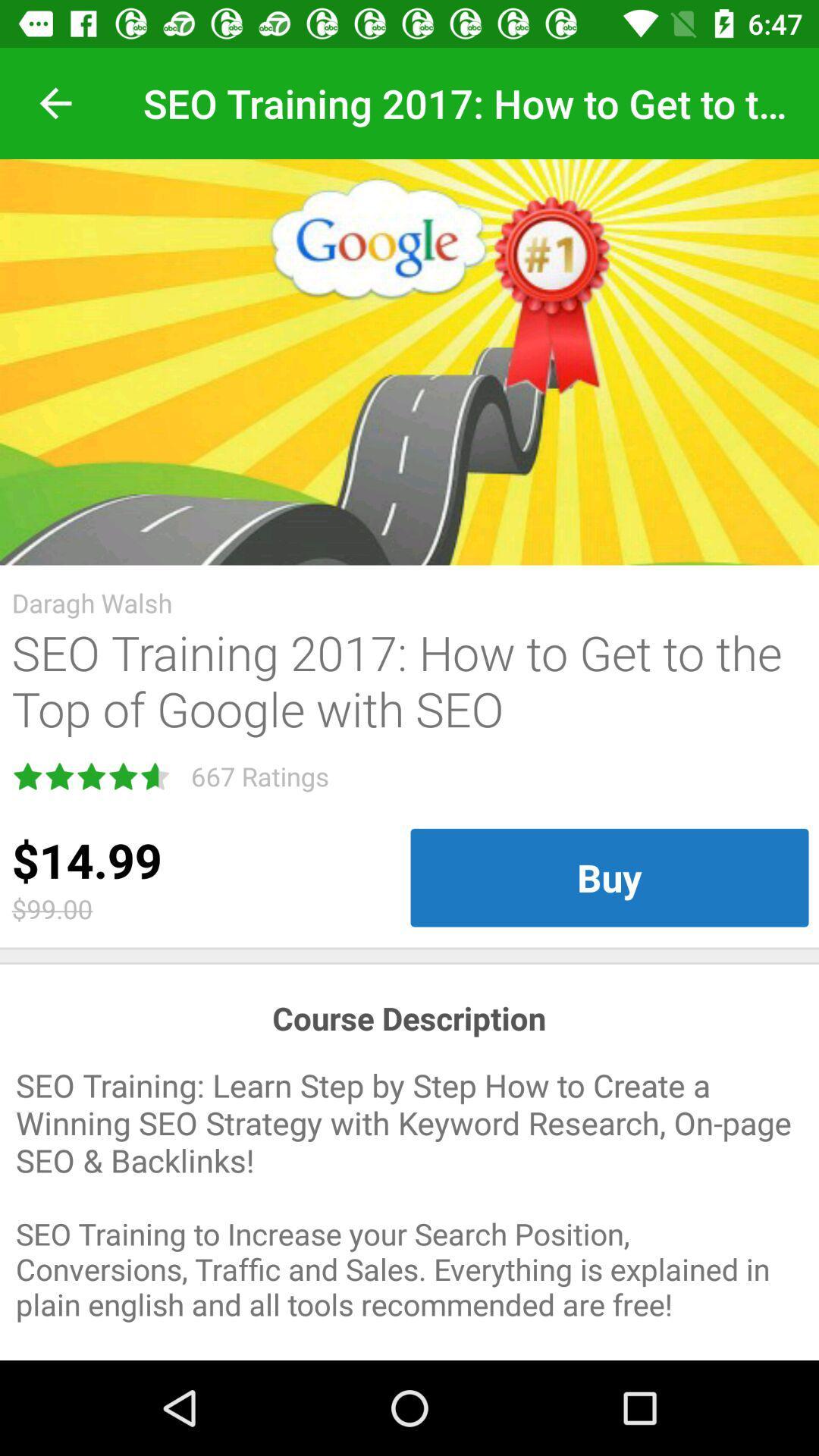 The image size is (819, 1456). What do you see at coordinates (608, 877) in the screenshot?
I see `icon on the right` at bounding box center [608, 877].